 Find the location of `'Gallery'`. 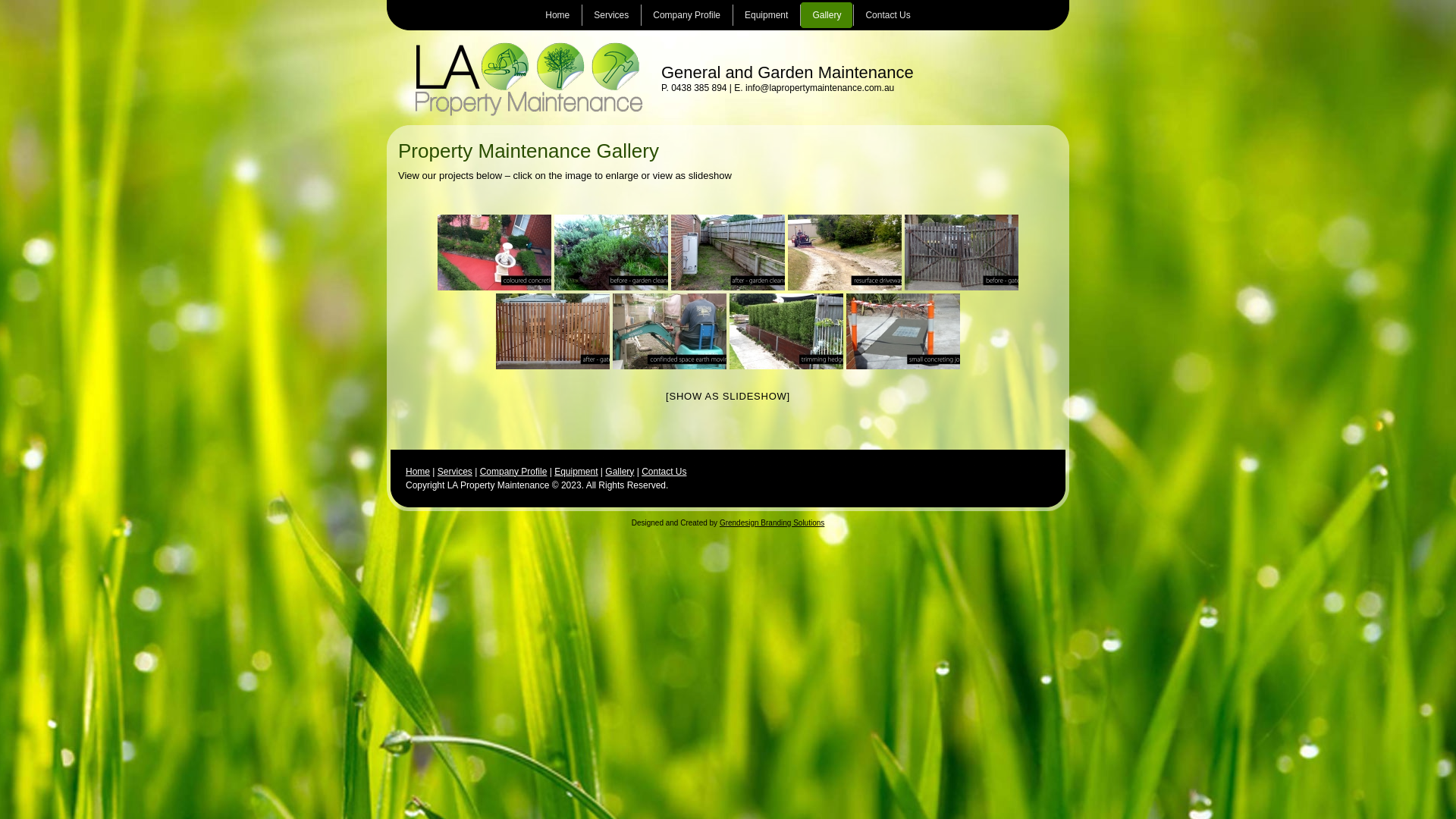

'Gallery' is located at coordinates (825, 14).